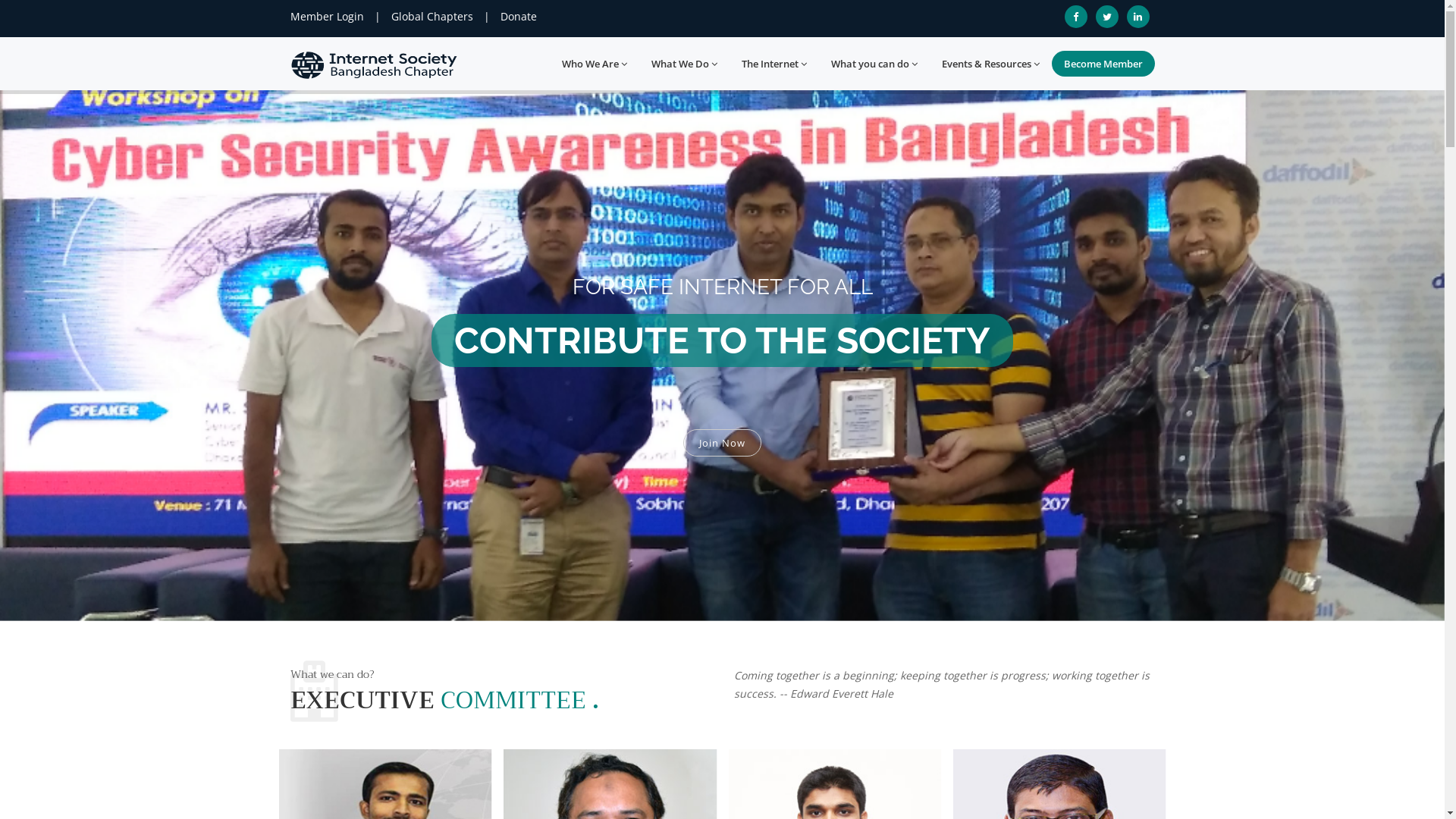 The width and height of the screenshot is (1456, 819). What do you see at coordinates (519, 16) in the screenshot?
I see `'Donate'` at bounding box center [519, 16].